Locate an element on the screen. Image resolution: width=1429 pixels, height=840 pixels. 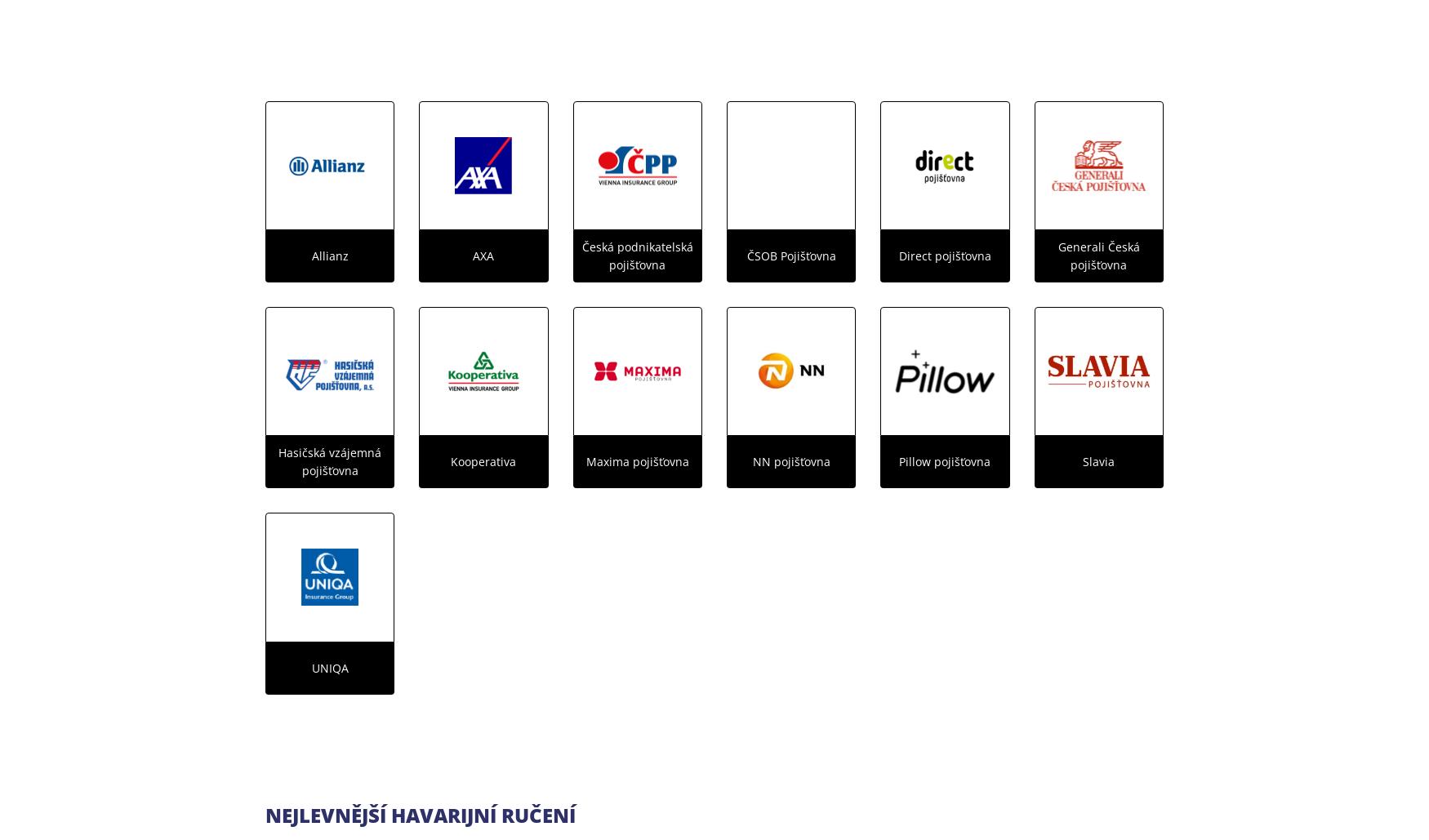
'Direct pojišťovna' is located at coordinates (943, 256).